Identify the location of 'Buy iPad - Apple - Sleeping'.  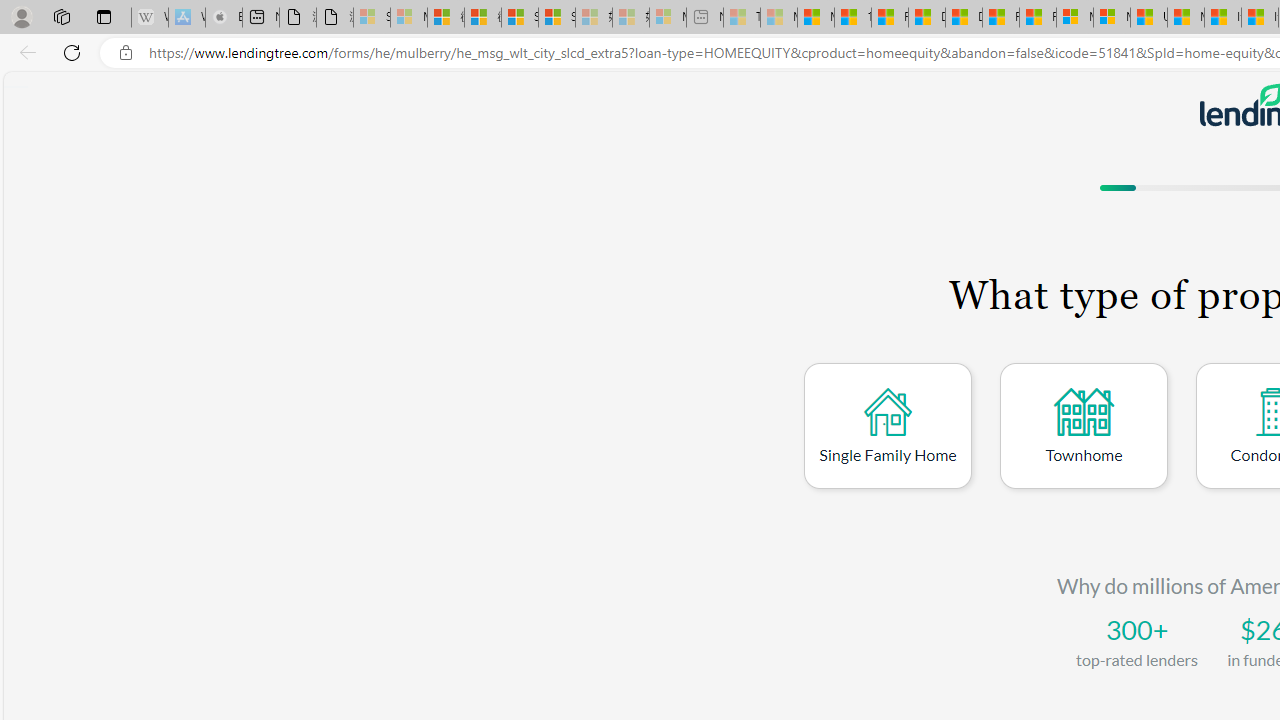
(224, 17).